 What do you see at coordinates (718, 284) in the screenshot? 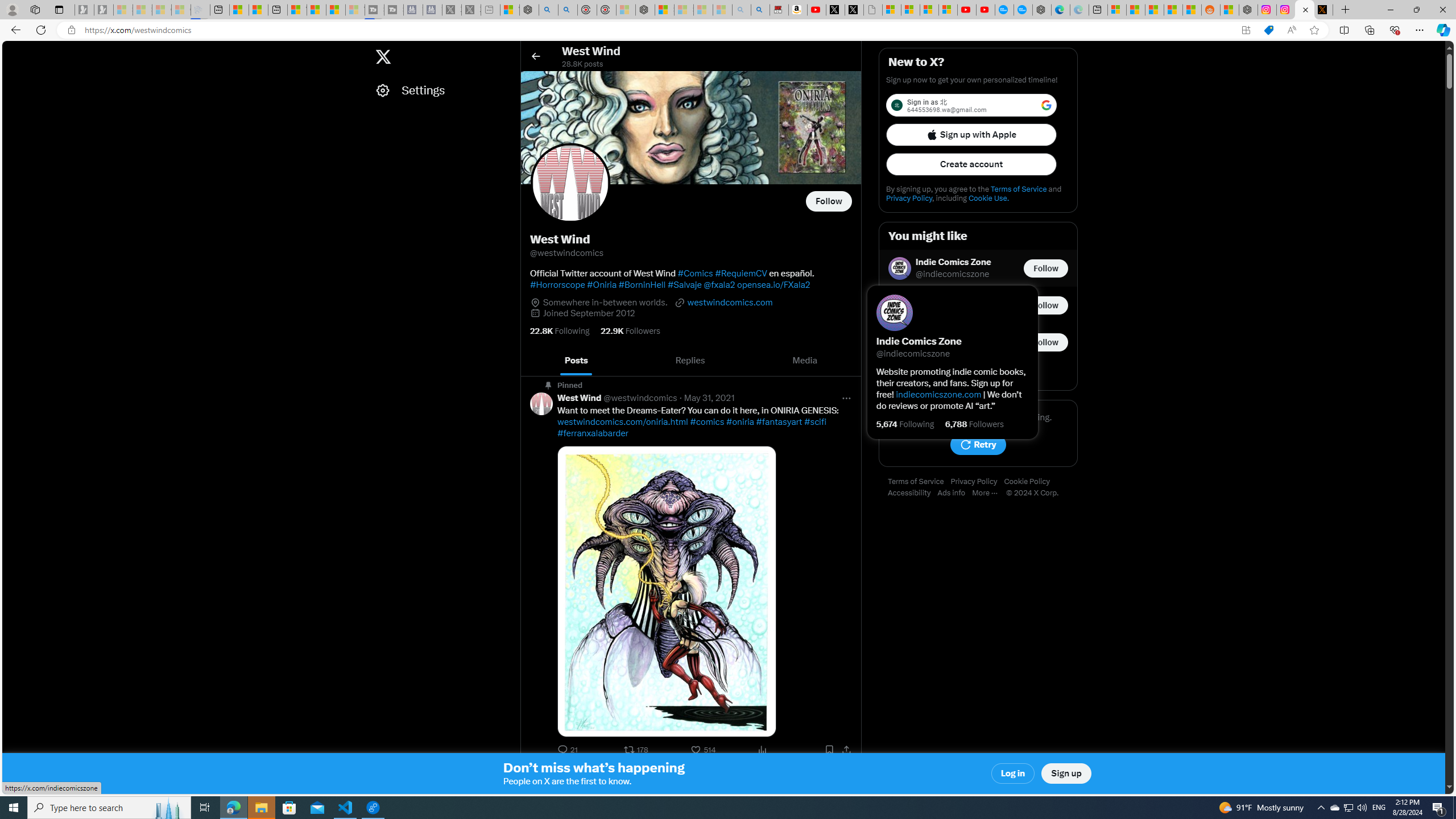
I see `'@fxala2'` at bounding box center [718, 284].